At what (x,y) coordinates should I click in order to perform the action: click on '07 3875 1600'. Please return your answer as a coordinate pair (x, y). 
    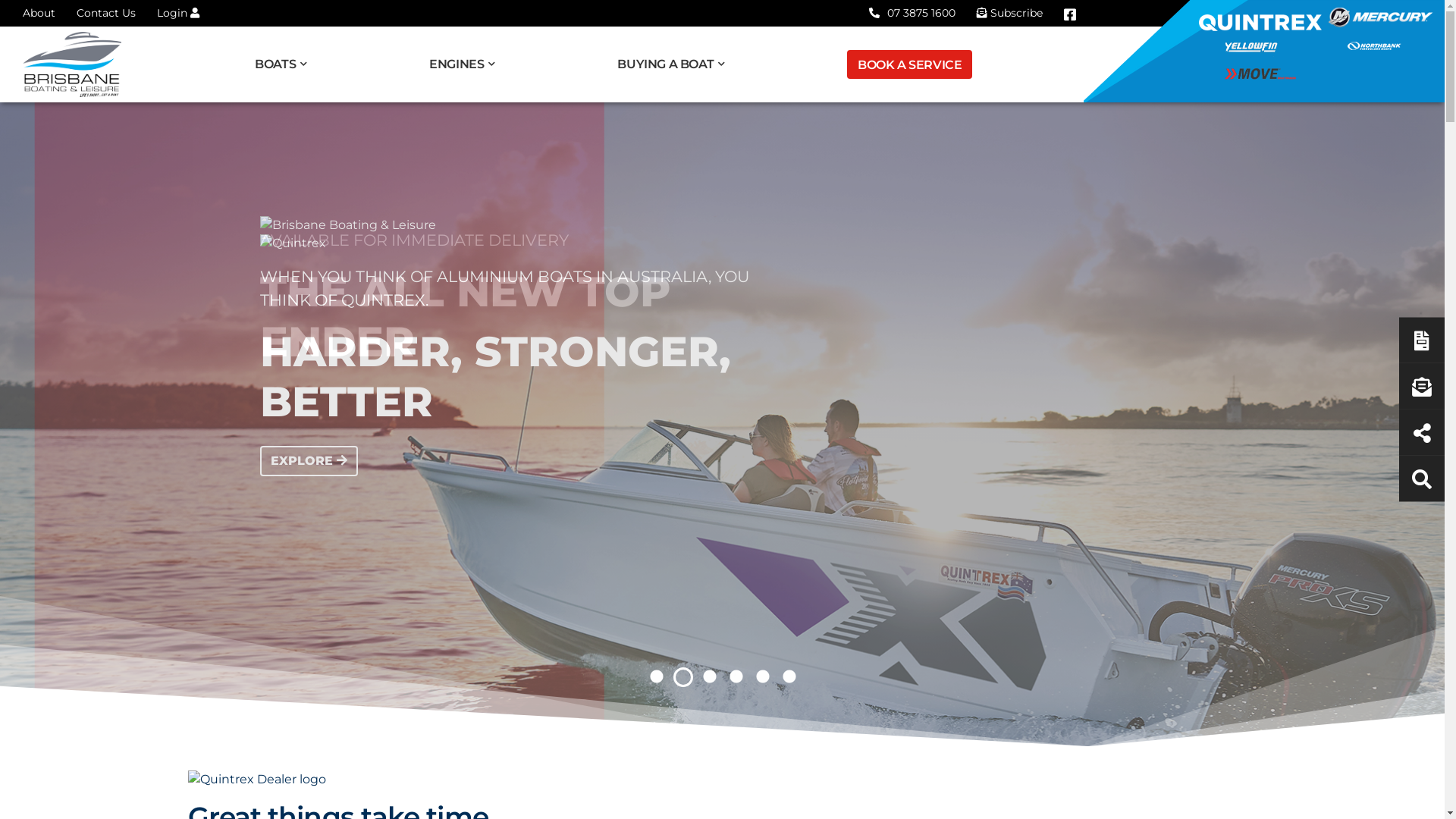
    Looking at the image, I should click on (912, 12).